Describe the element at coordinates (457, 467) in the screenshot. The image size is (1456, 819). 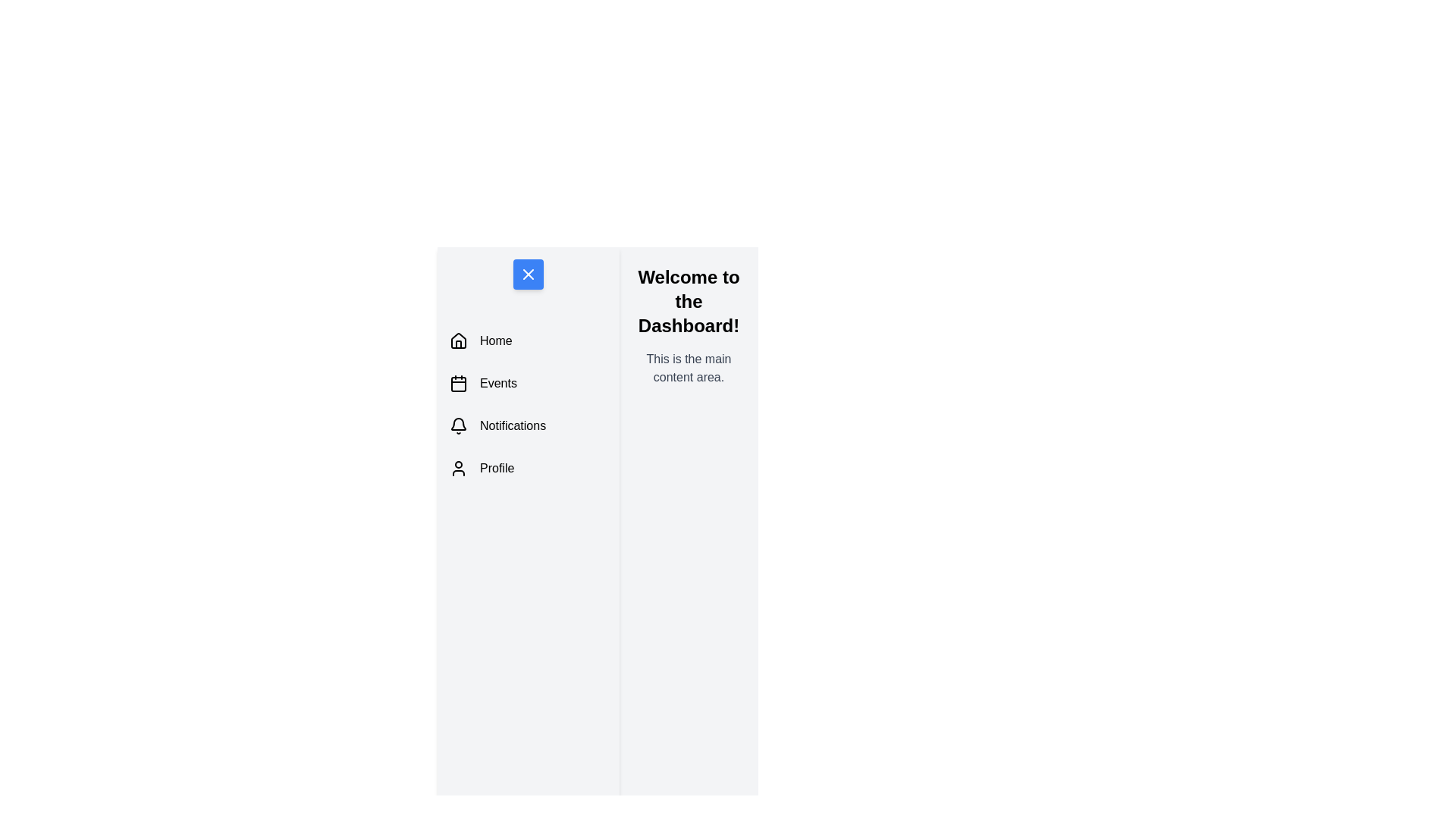
I see `the user icon in the 'Profile' section of the left sidebar, which is depicted as a simplistic outline of a person` at that location.